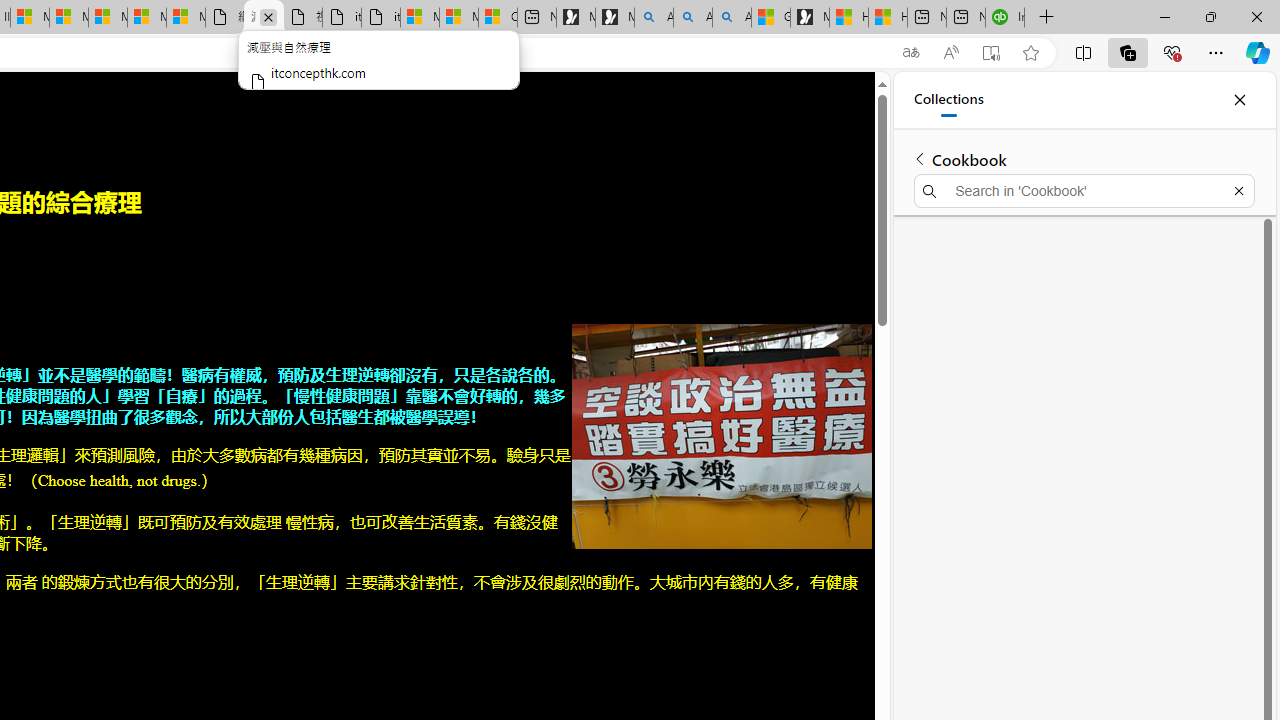  I want to click on 'Exit search', so click(1238, 191).